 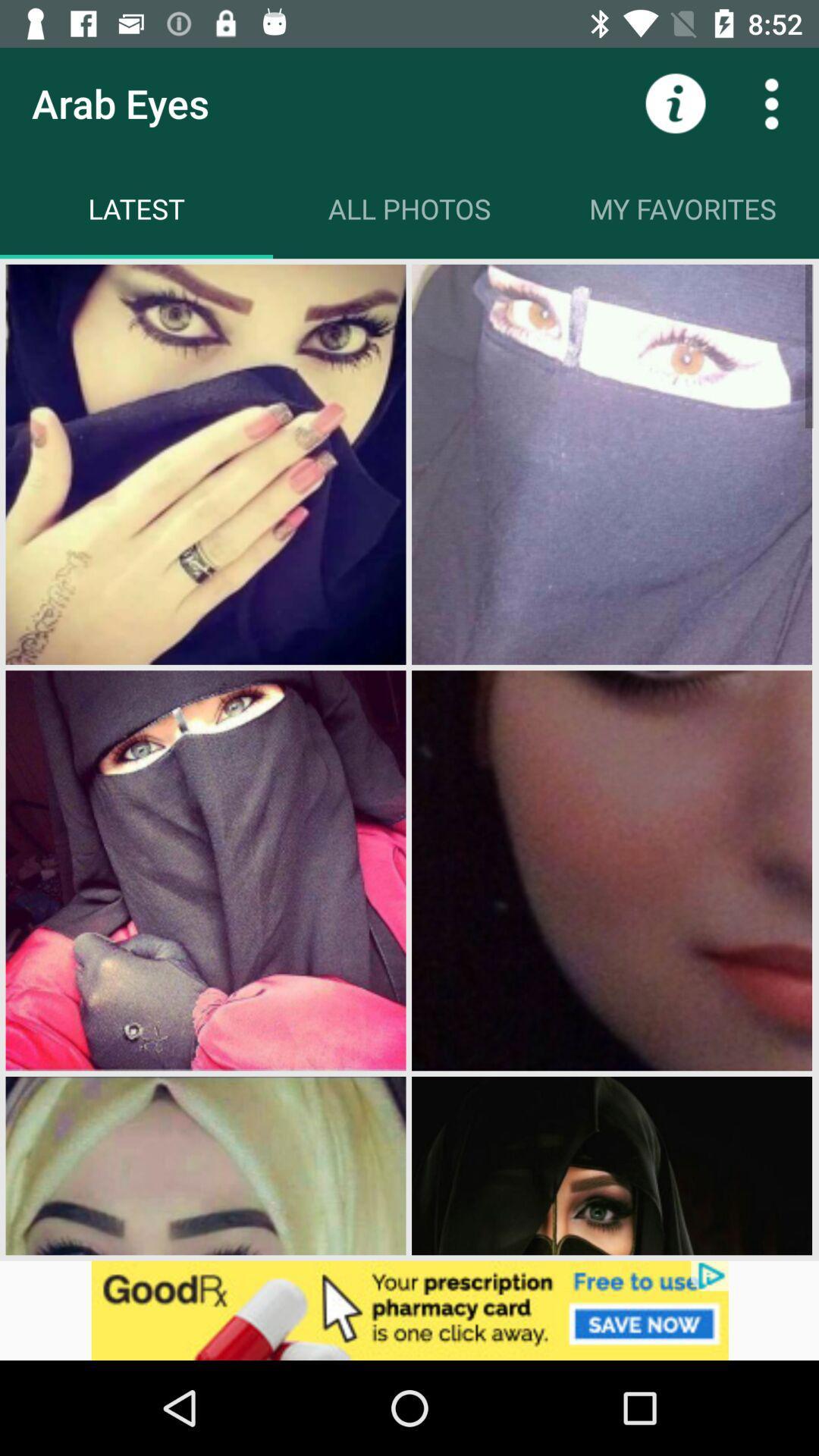 What do you see at coordinates (771, 102) in the screenshot?
I see `more datails` at bounding box center [771, 102].